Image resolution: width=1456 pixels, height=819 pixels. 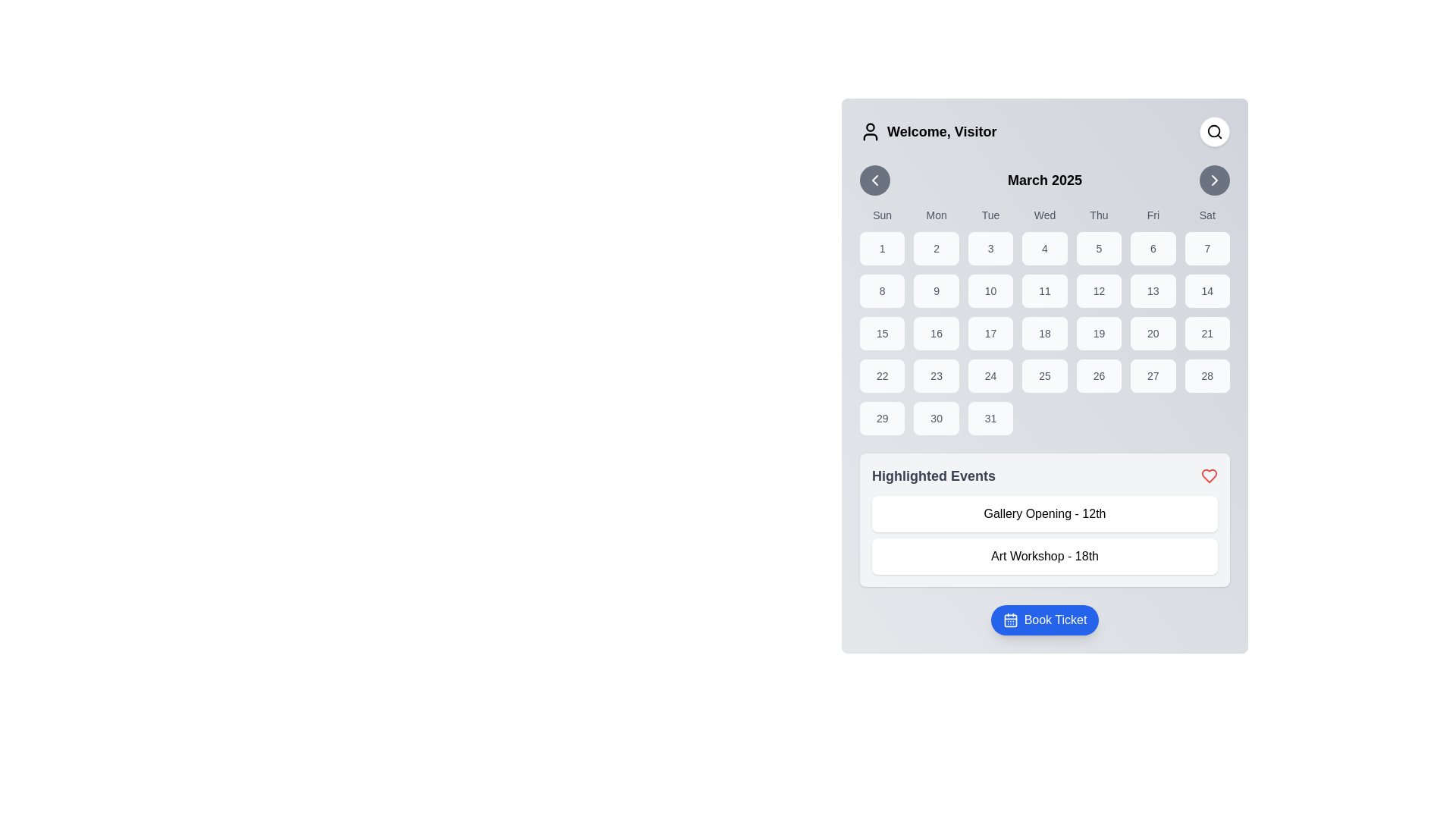 What do you see at coordinates (1043, 180) in the screenshot?
I see `the text label displaying the currently selected month and year in the calendar, which is located in the central part of the calendar component, between the navigation buttons` at bounding box center [1043, 180].